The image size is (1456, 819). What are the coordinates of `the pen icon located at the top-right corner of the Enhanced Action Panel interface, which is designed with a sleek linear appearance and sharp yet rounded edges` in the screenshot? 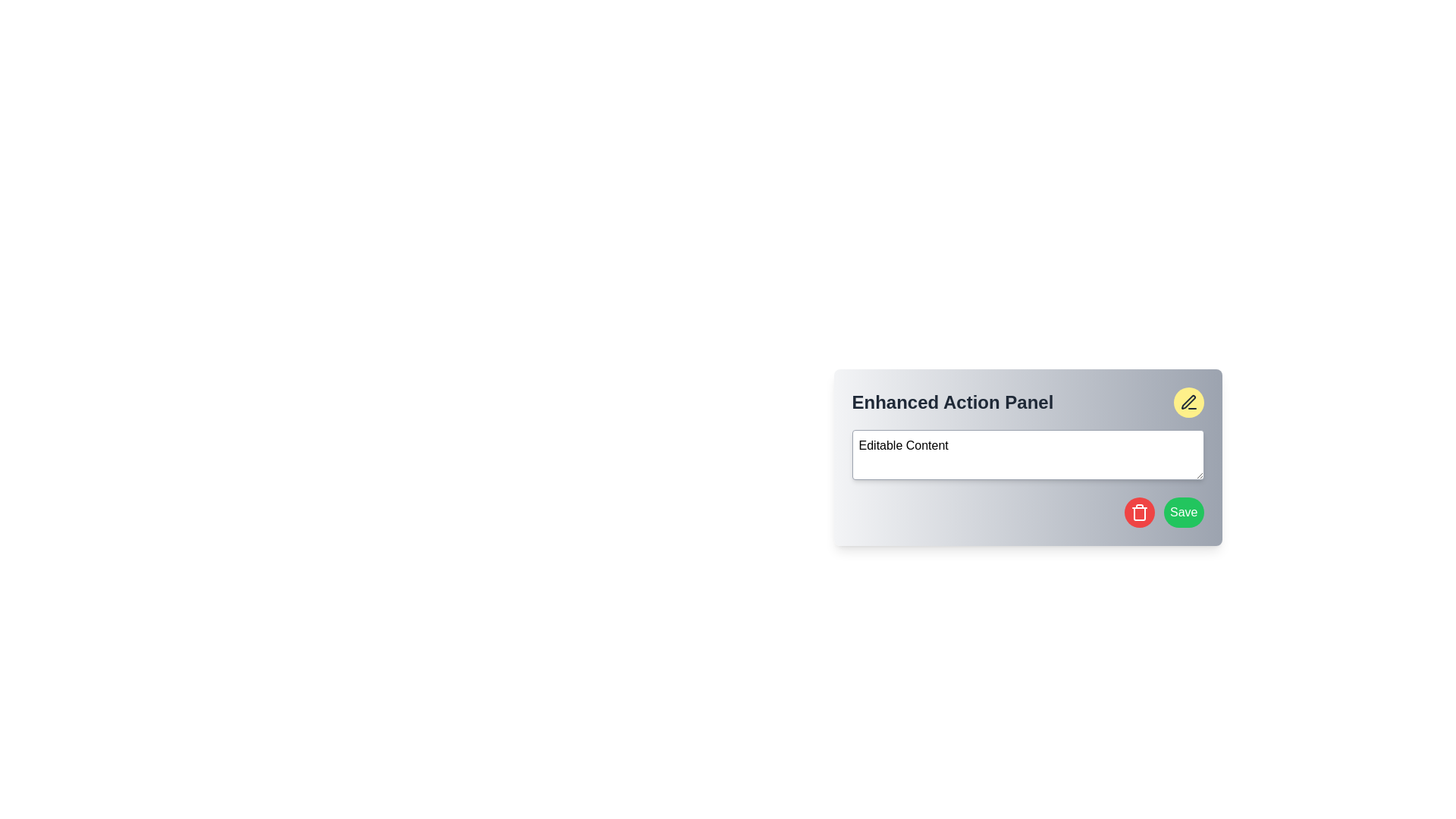 It's located at (1187, 401).